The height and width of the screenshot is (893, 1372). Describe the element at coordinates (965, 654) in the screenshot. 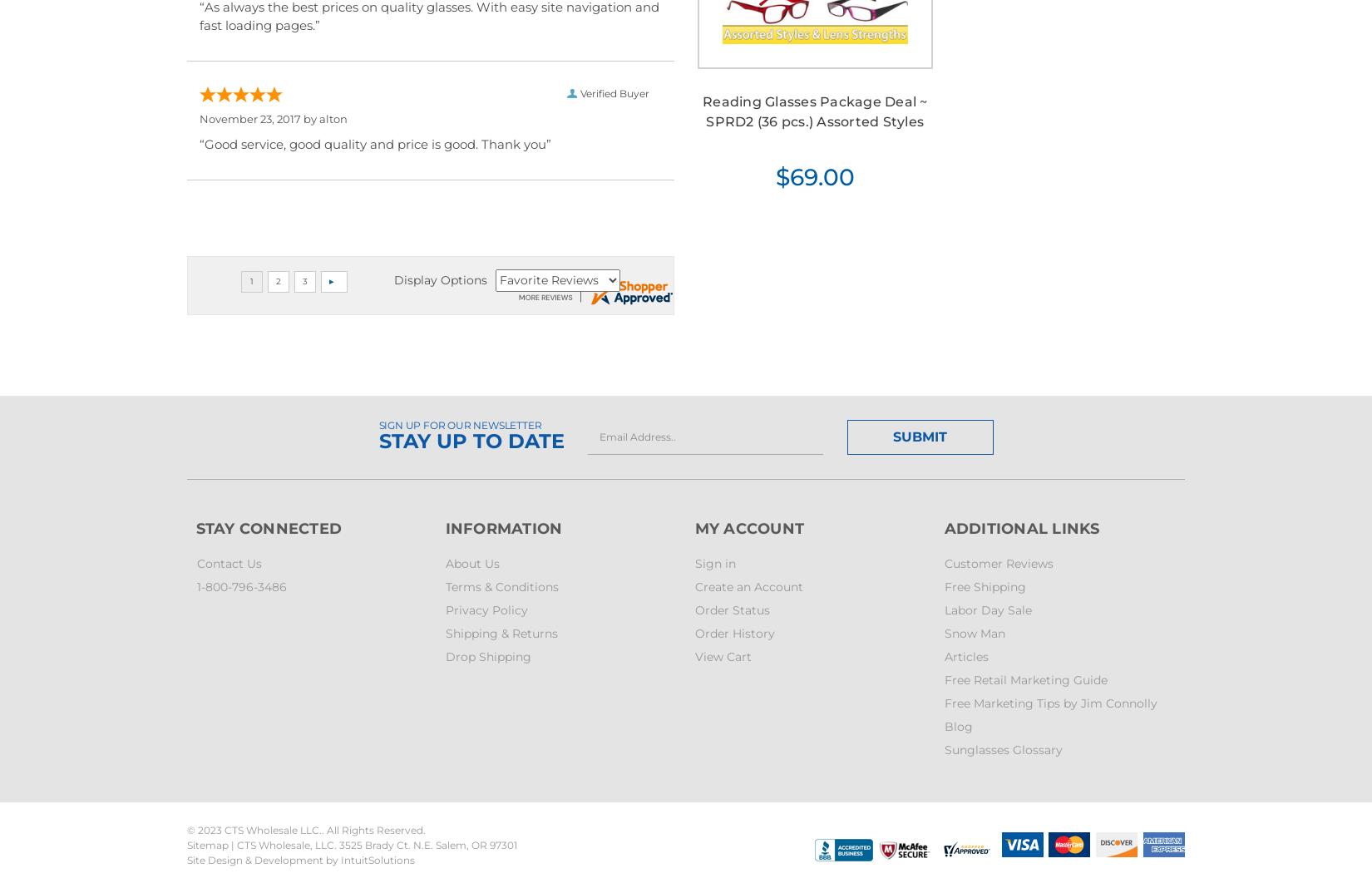

I see `'Articles'` at that location.